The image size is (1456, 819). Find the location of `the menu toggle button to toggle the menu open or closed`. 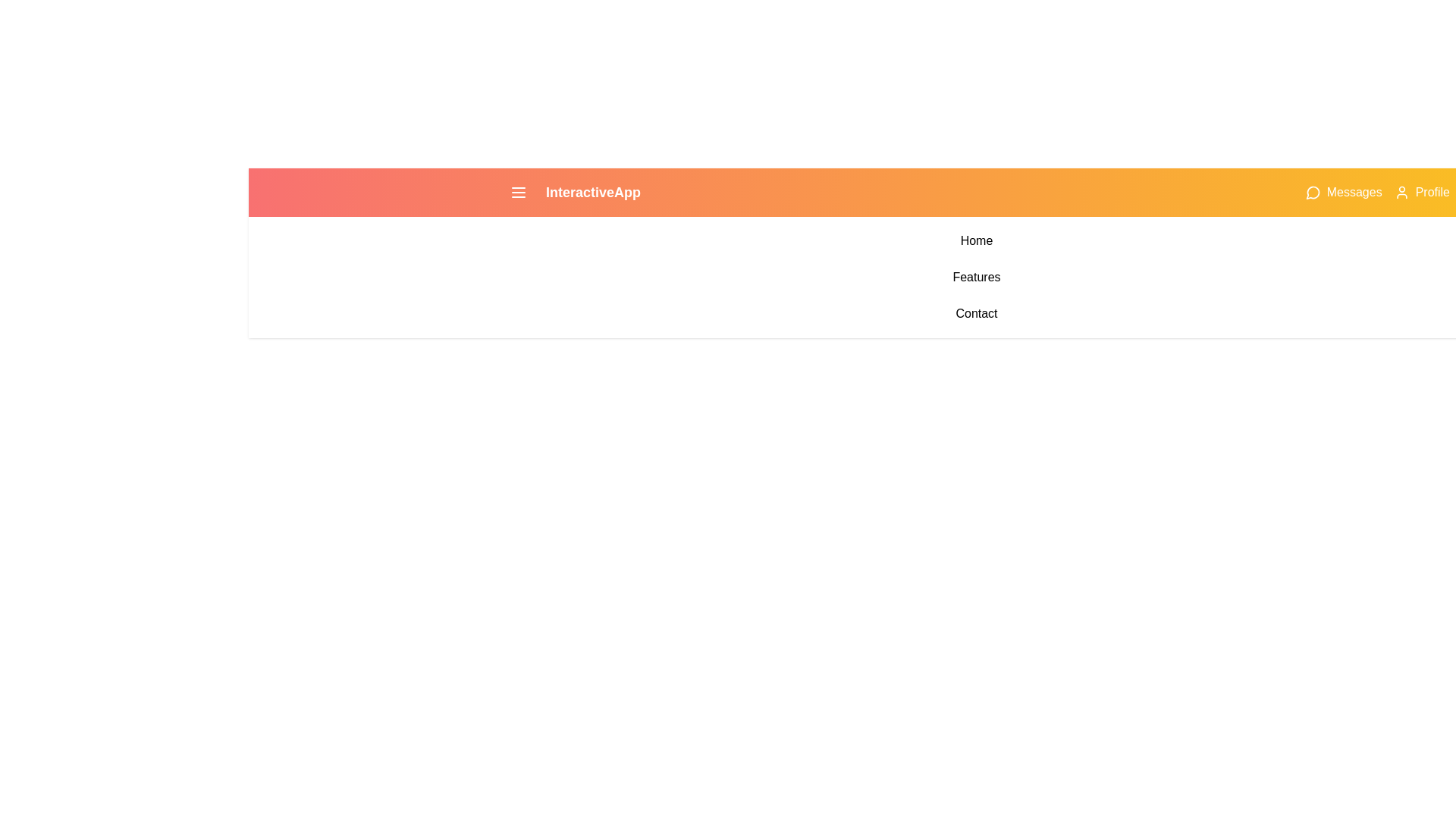

the menu toggle button to toggle the menu open or closed is located at coordinates (519, 192).